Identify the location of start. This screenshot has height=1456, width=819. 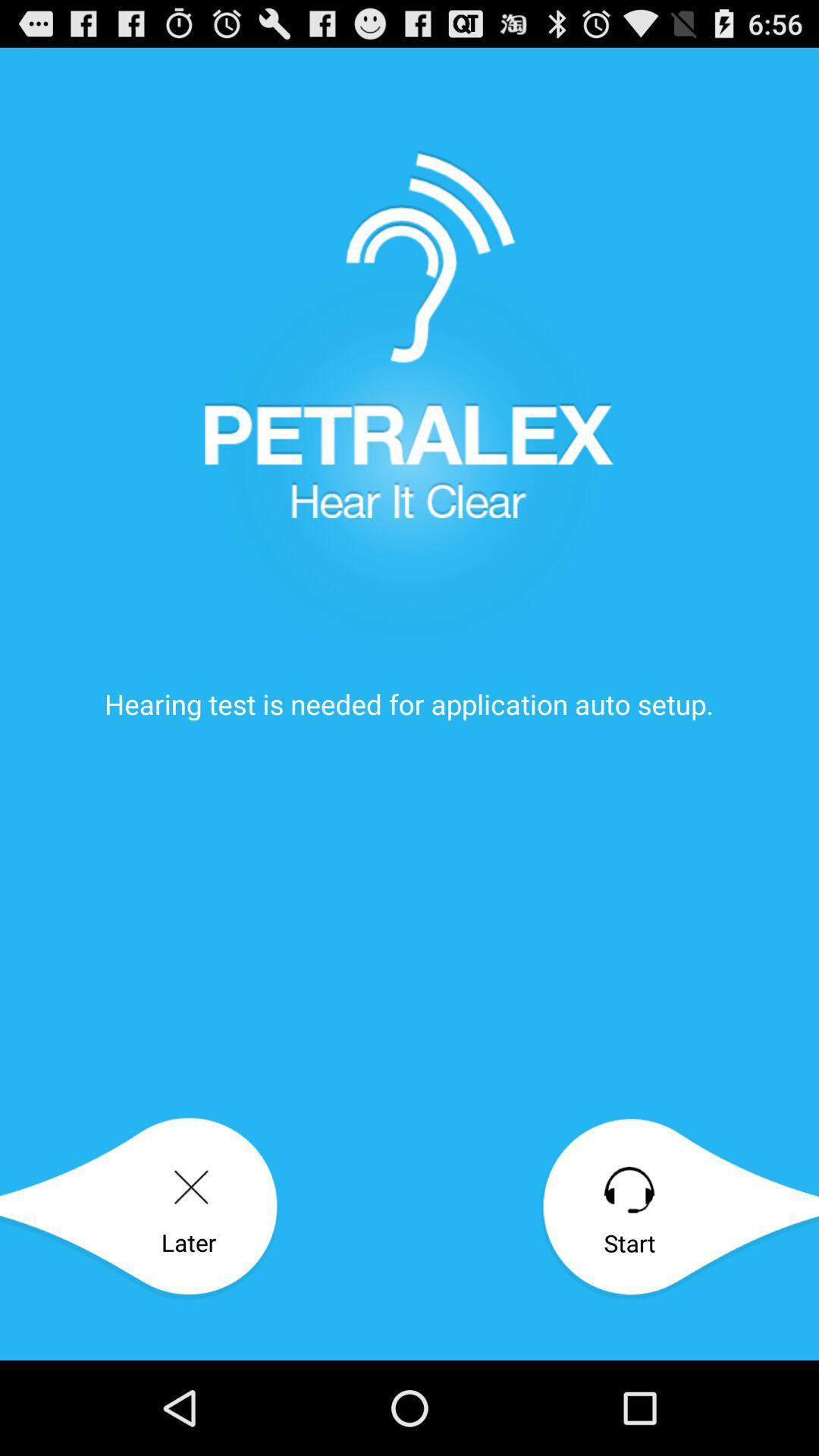
(679, 1208).